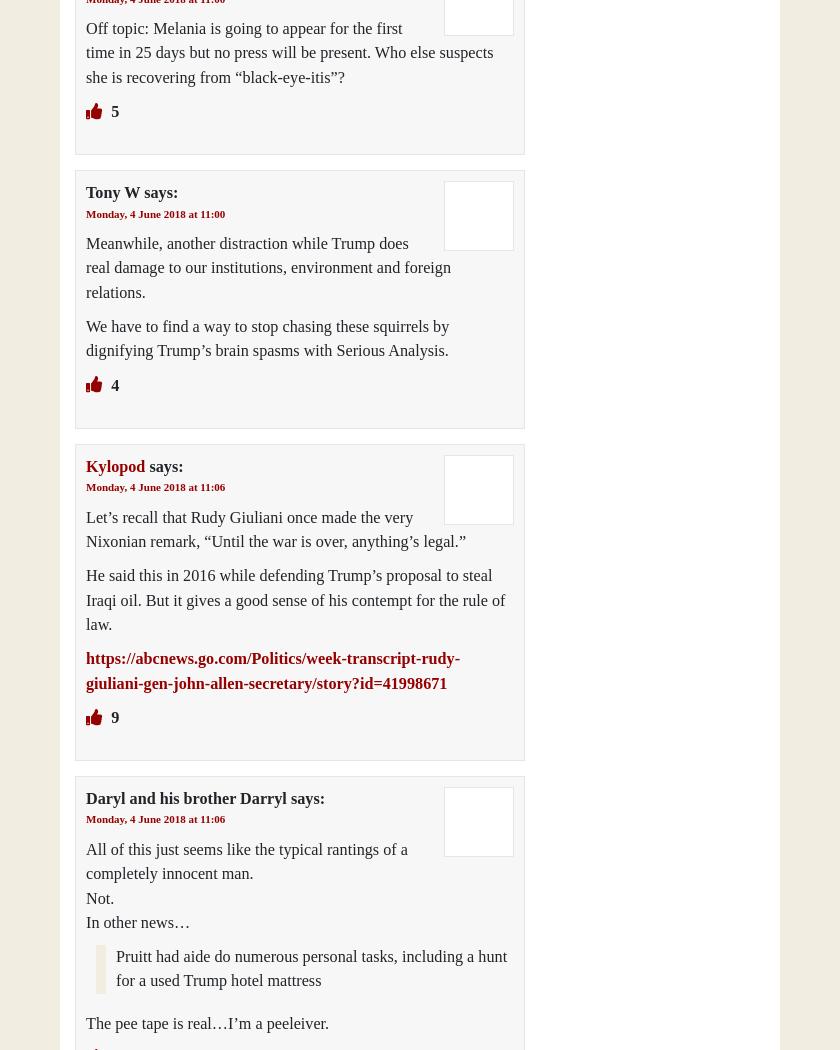  Describe the element at coordinates (113, 716) in the screenshot. I see `'9'` at that location.